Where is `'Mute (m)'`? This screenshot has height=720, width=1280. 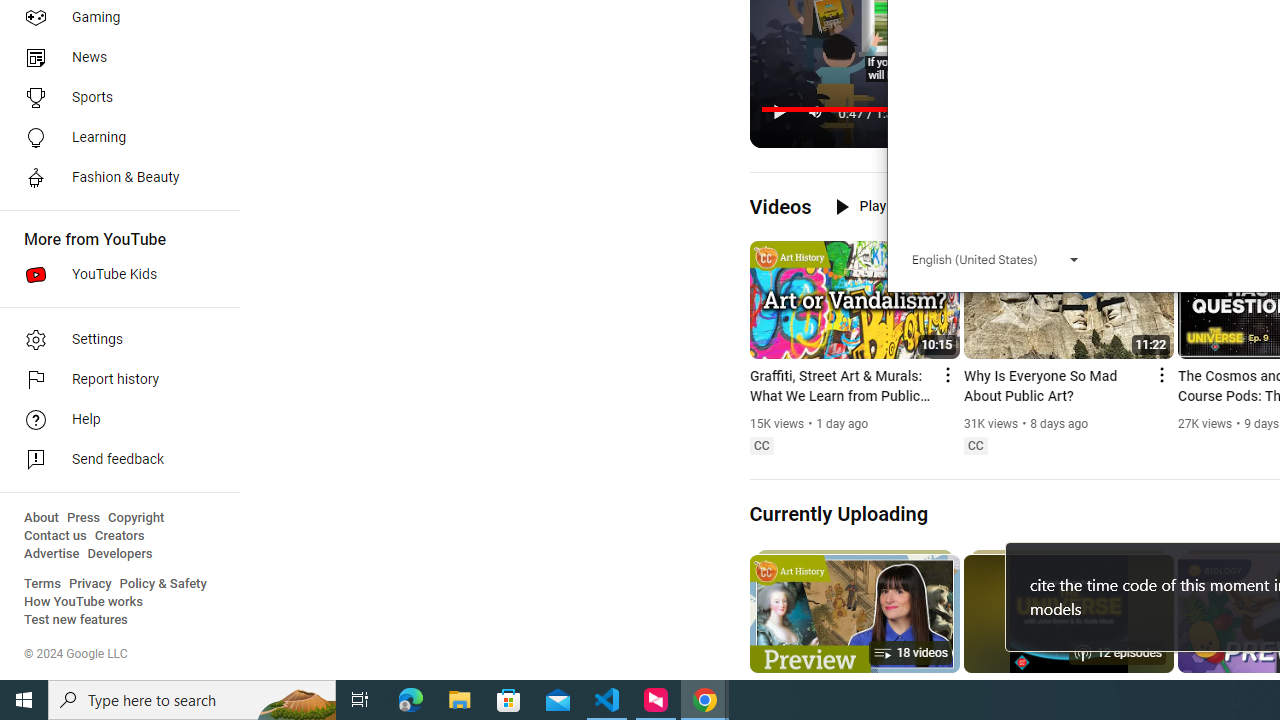
'Mute (m)' is located at coordinates (816, 112).